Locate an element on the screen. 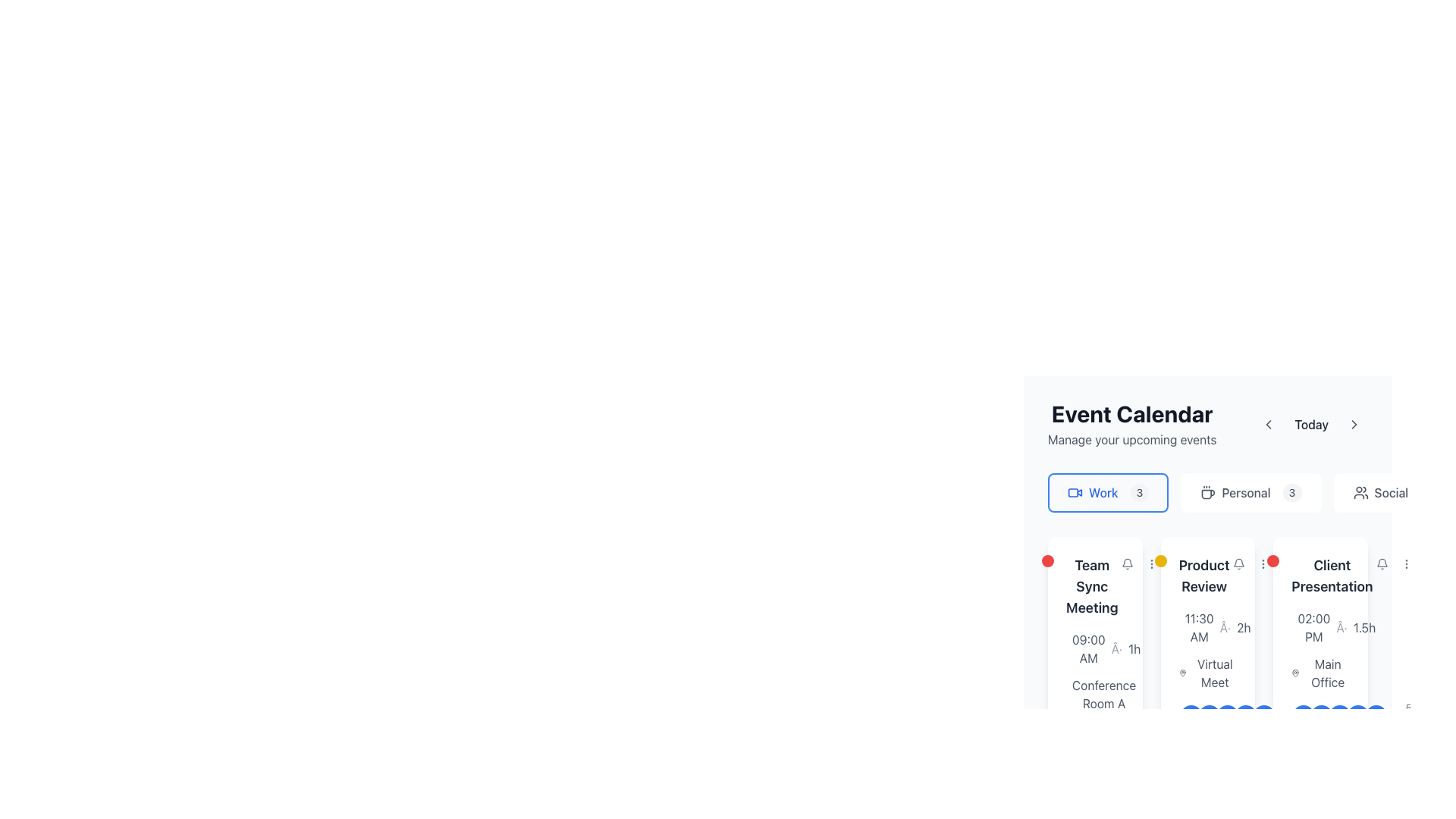 The height and width of the screenshot is (819, 1456). the small button with three vertically arranged dots, located in the top right corner of the 'Product Review' card in the 'Event Calendar' section, to observe styling changes is located at coordinates (1263, 564).